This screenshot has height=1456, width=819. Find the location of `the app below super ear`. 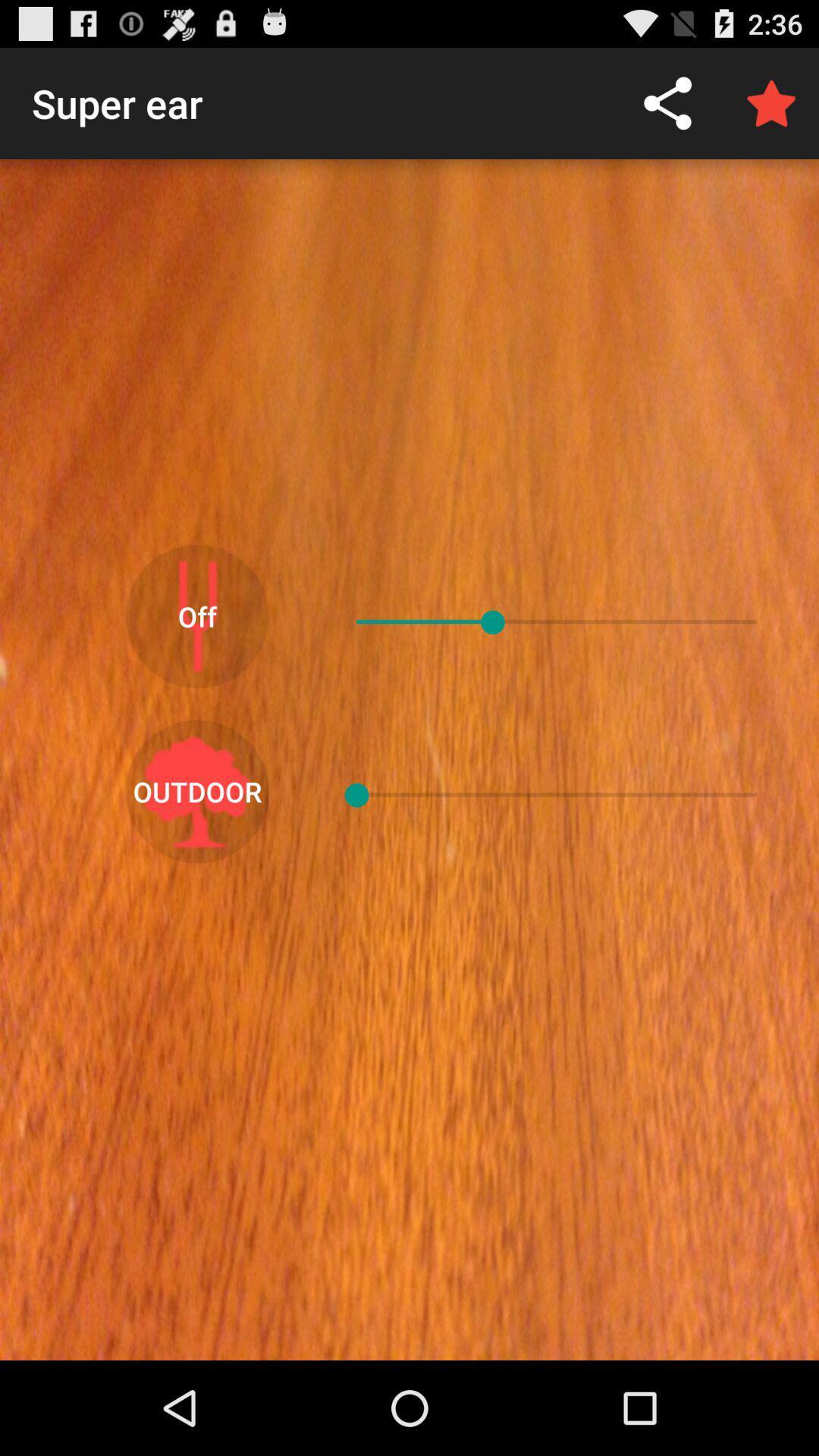

the app below super ear is located at coordinates (196, 616).